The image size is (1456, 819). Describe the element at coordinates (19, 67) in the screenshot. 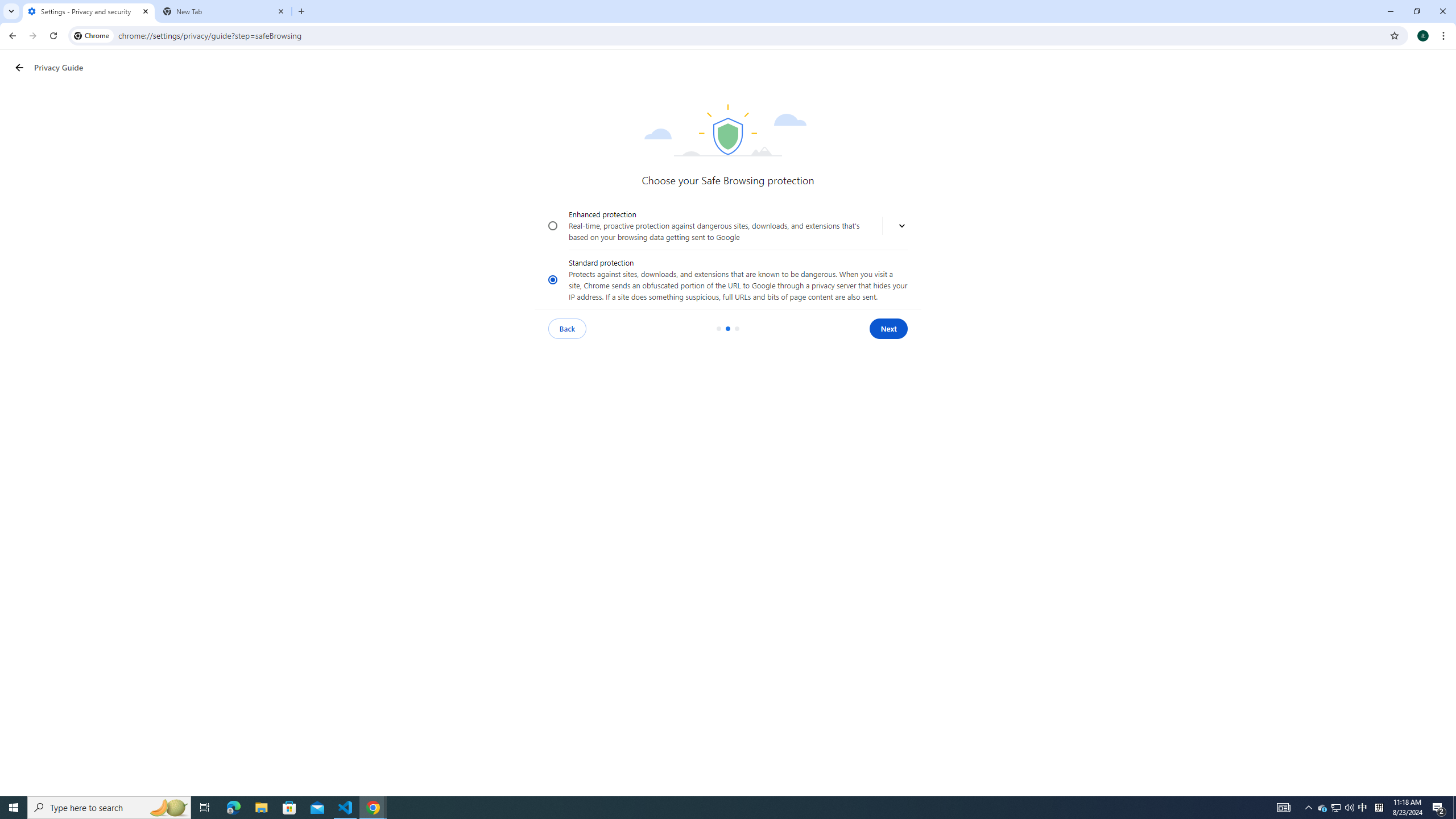

I see `'Privacy Guide back button'` at that location.